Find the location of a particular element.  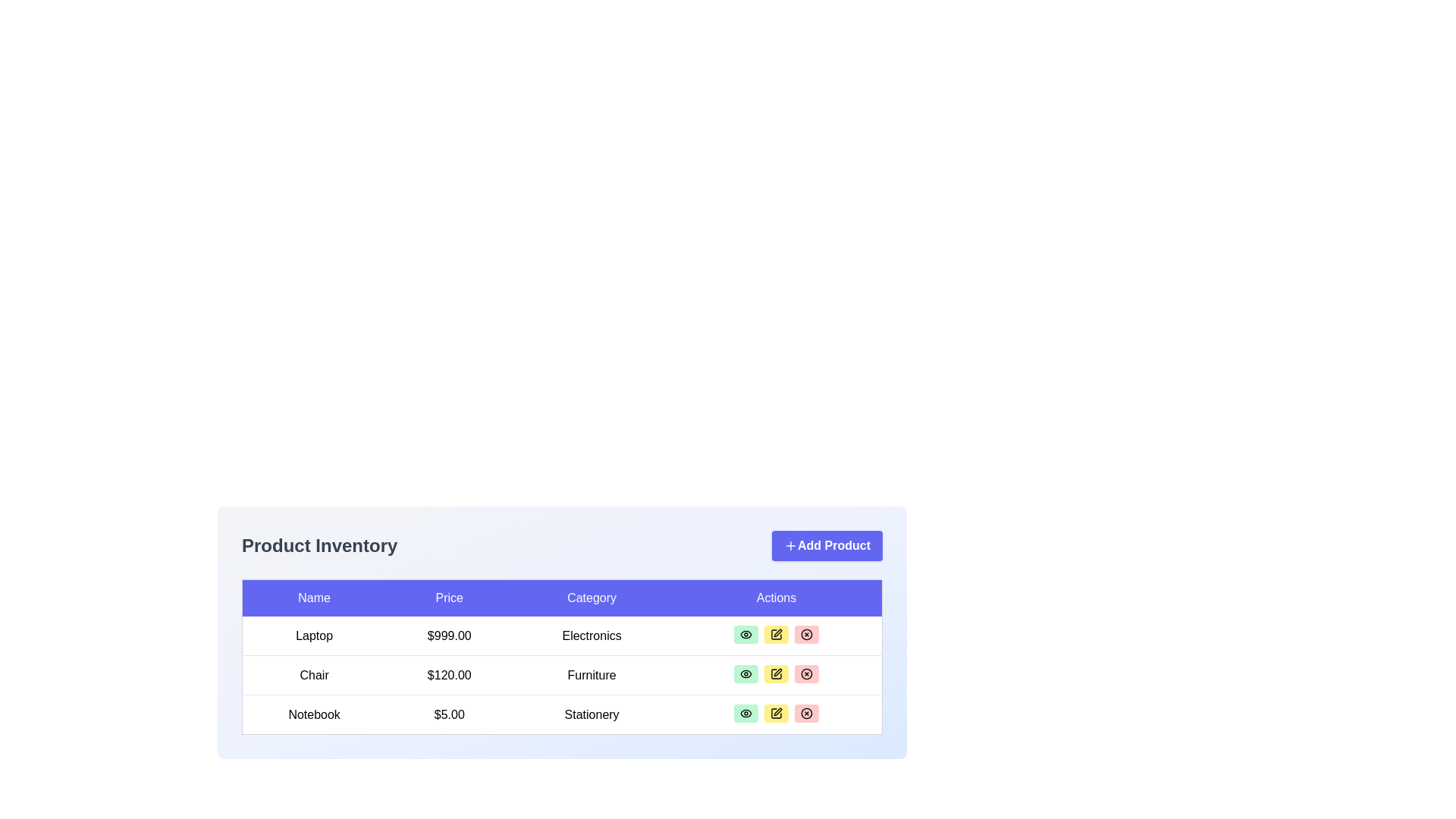

the small red button with a circular black border and a white cross icon is located at coordinates (805, 635).